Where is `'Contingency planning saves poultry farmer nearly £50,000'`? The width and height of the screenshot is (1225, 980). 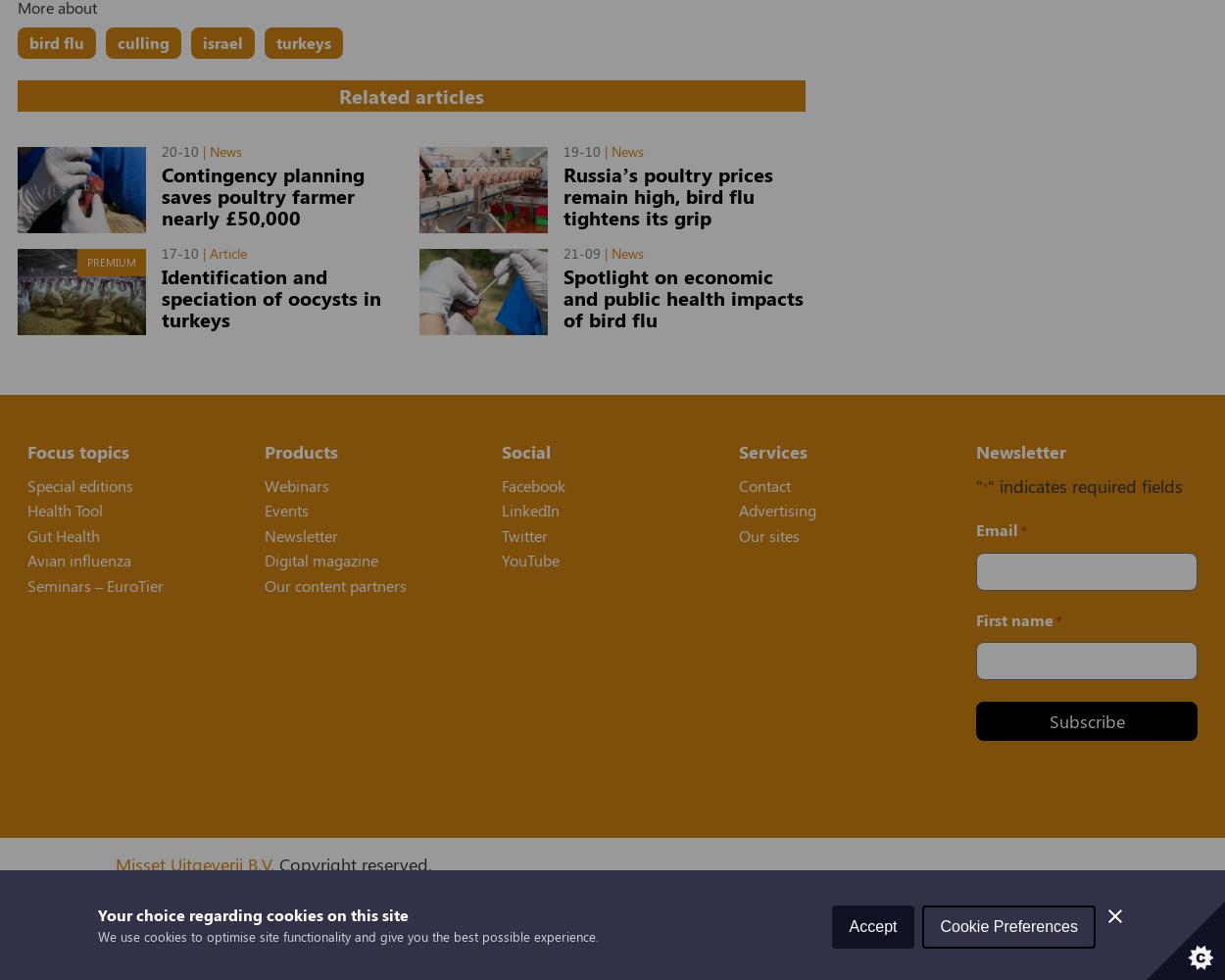 'Contingency planning saves poultry farmer nearly £50,000' is located at coordinates (263, 194).